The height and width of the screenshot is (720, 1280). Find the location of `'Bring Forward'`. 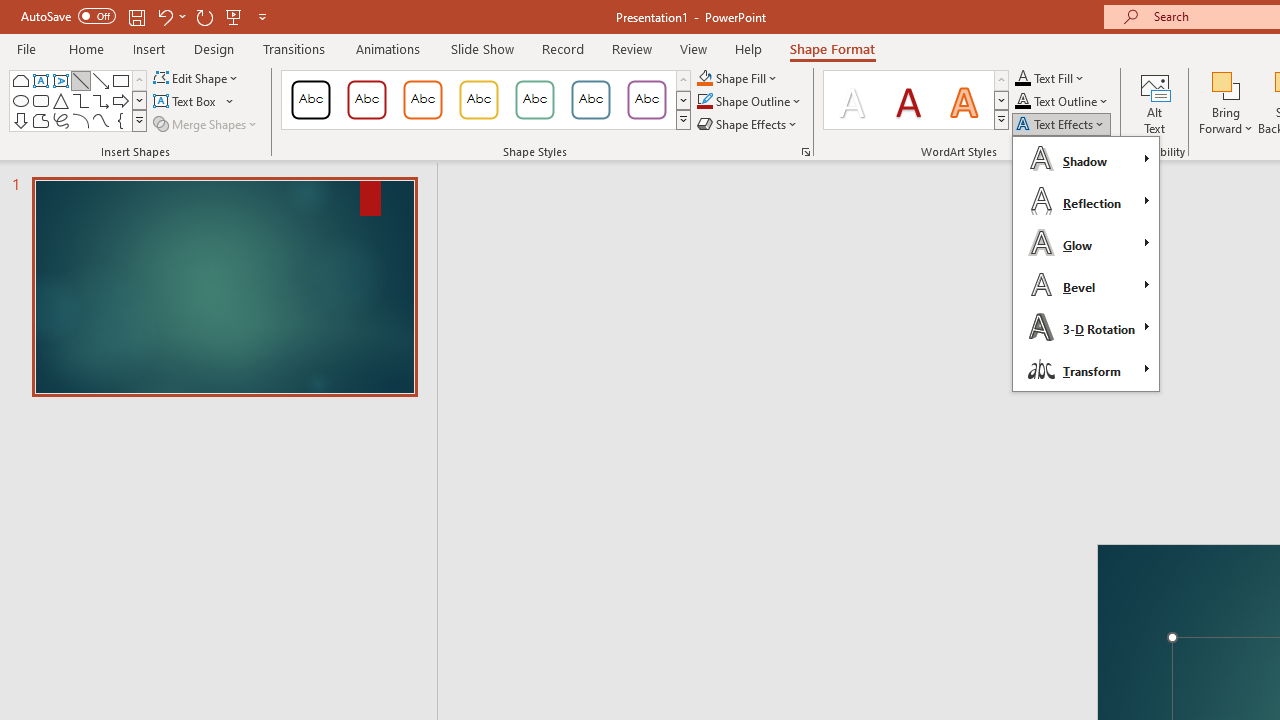

'Bring Forward' is located at coordinates (1225, 103).